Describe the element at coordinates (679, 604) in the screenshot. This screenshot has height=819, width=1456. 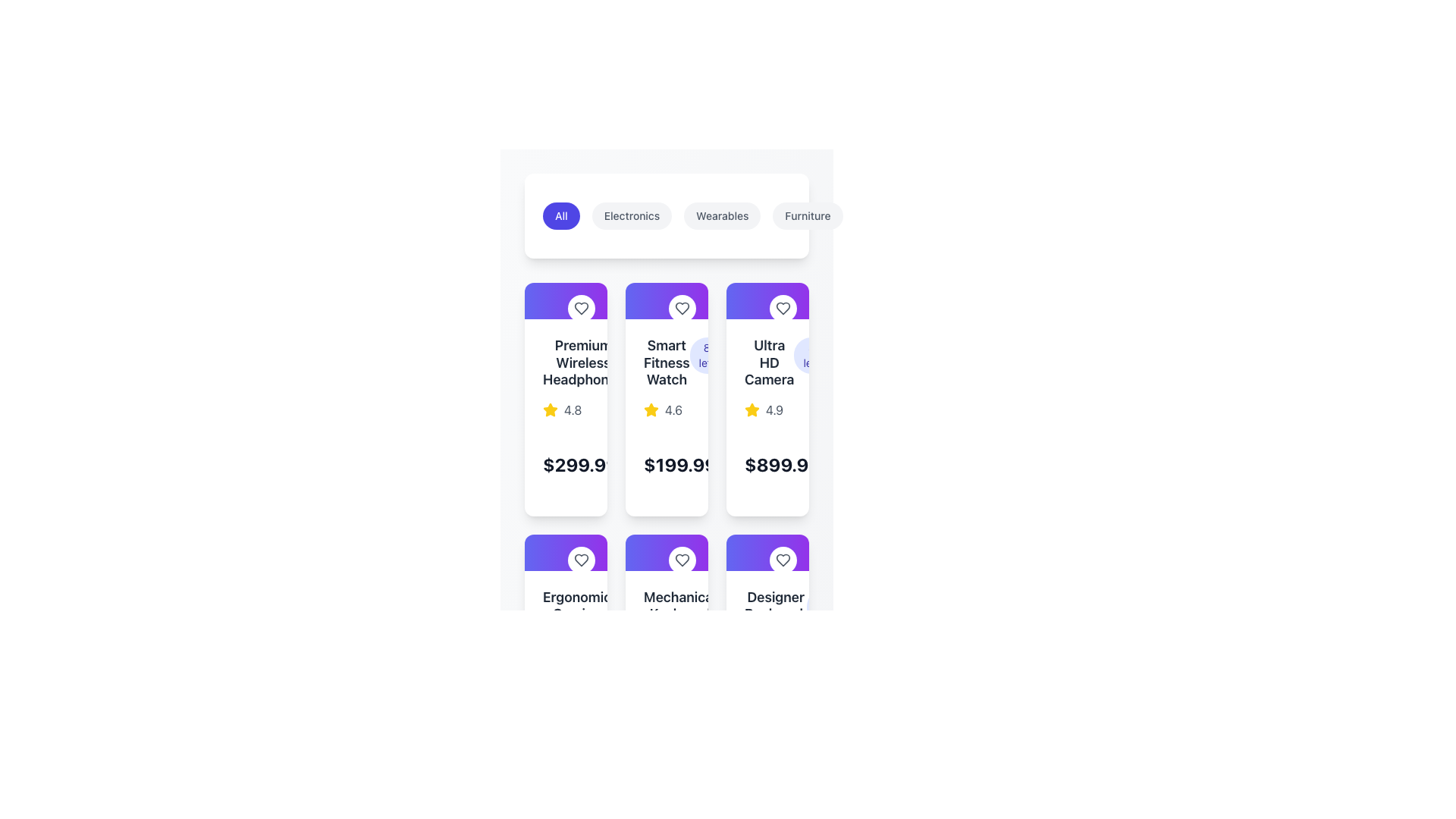
I see `the 'Mechanical Keyboard' text label, which is styled with a large, bold, dark gray font and positioned centrally in the lower section of its card layout` at that location.